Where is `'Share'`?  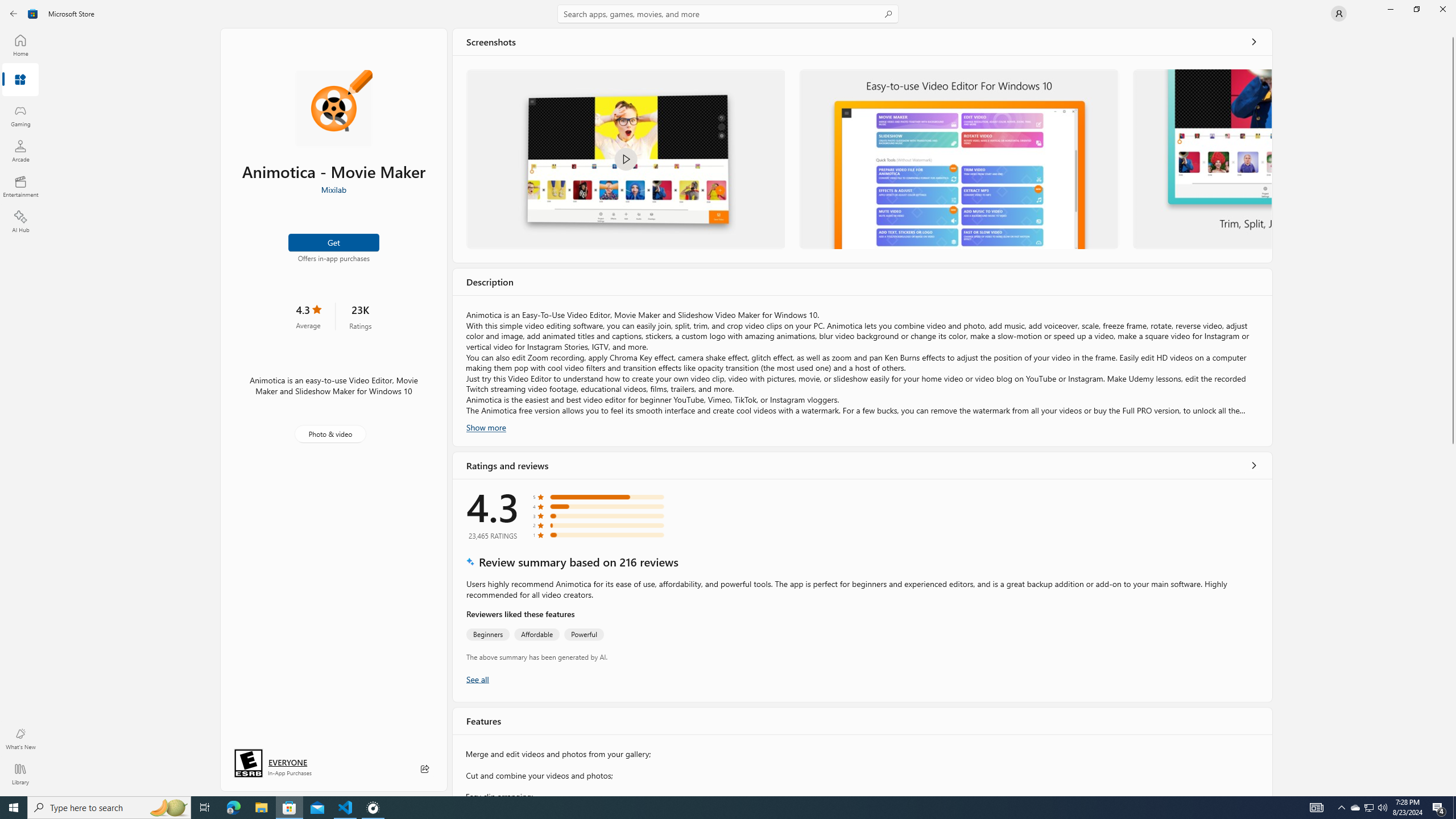 'Share' is located at coordinates (424, 768).